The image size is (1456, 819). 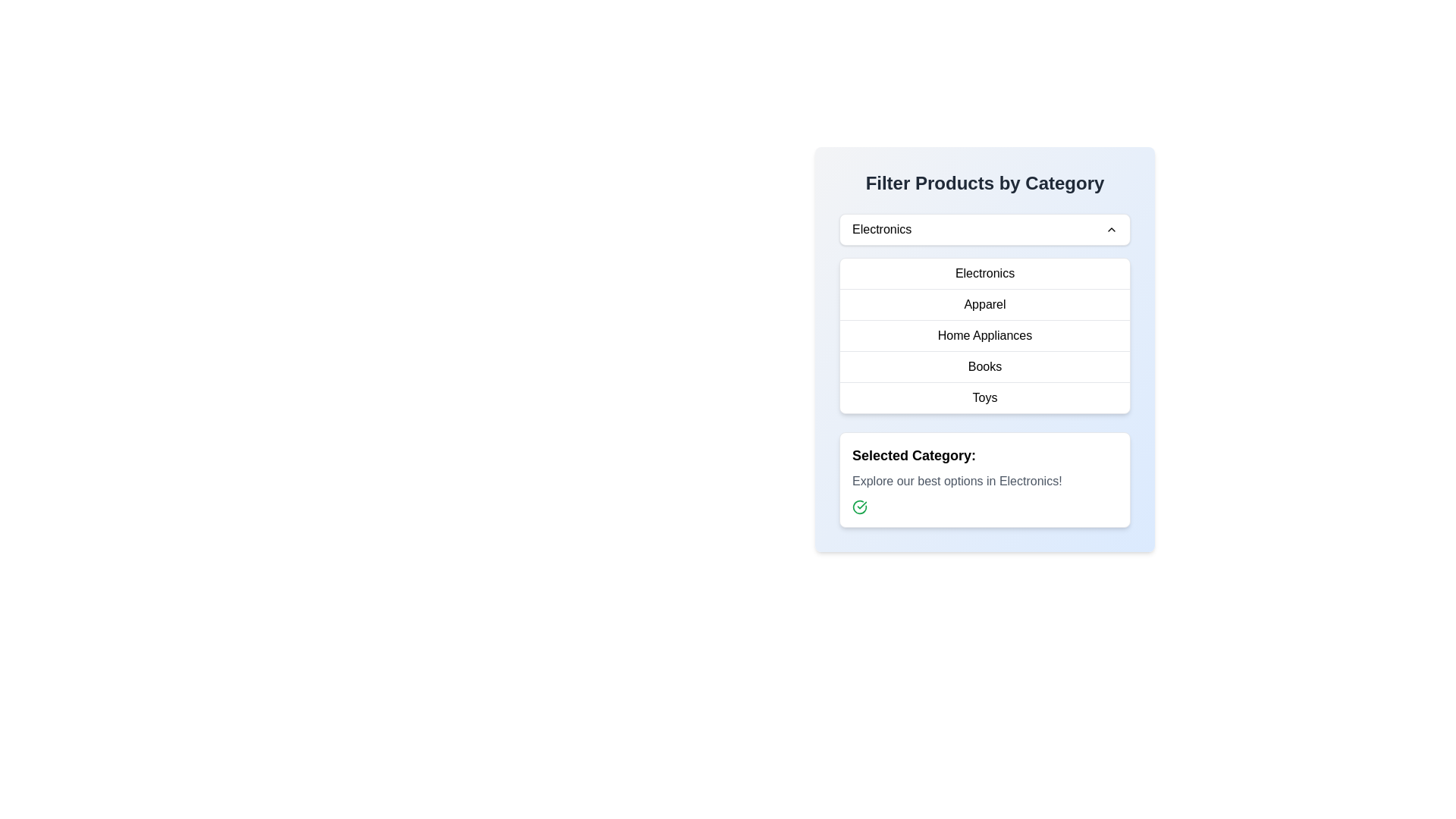 I want to click on the confirmation icon located below the text 'Explore our best options in Electronics!' within the 'Selected Category' card, so click(x=859, y=507).